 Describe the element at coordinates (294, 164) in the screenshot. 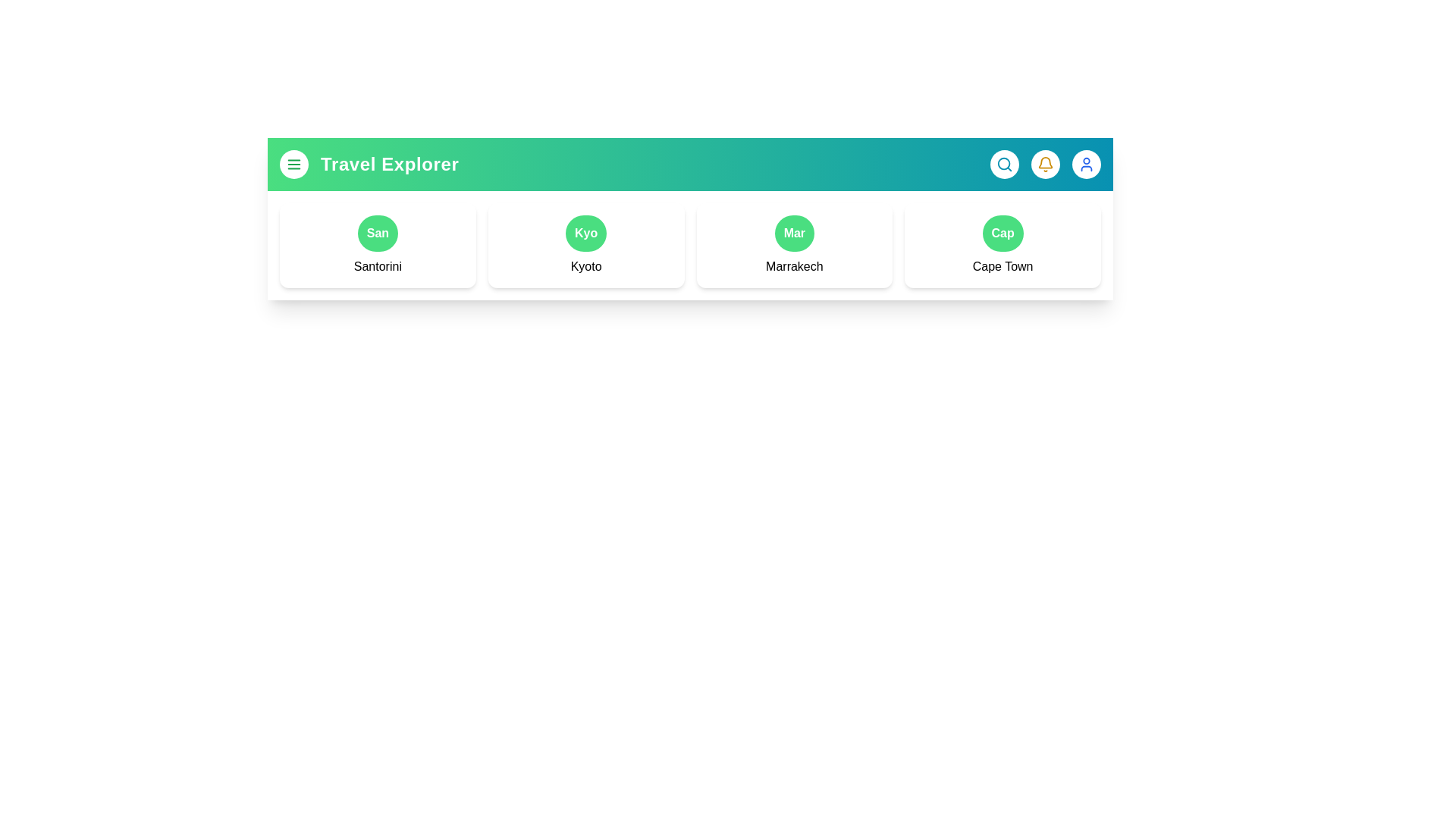

I see `the button corresponding to Menu` at that location.